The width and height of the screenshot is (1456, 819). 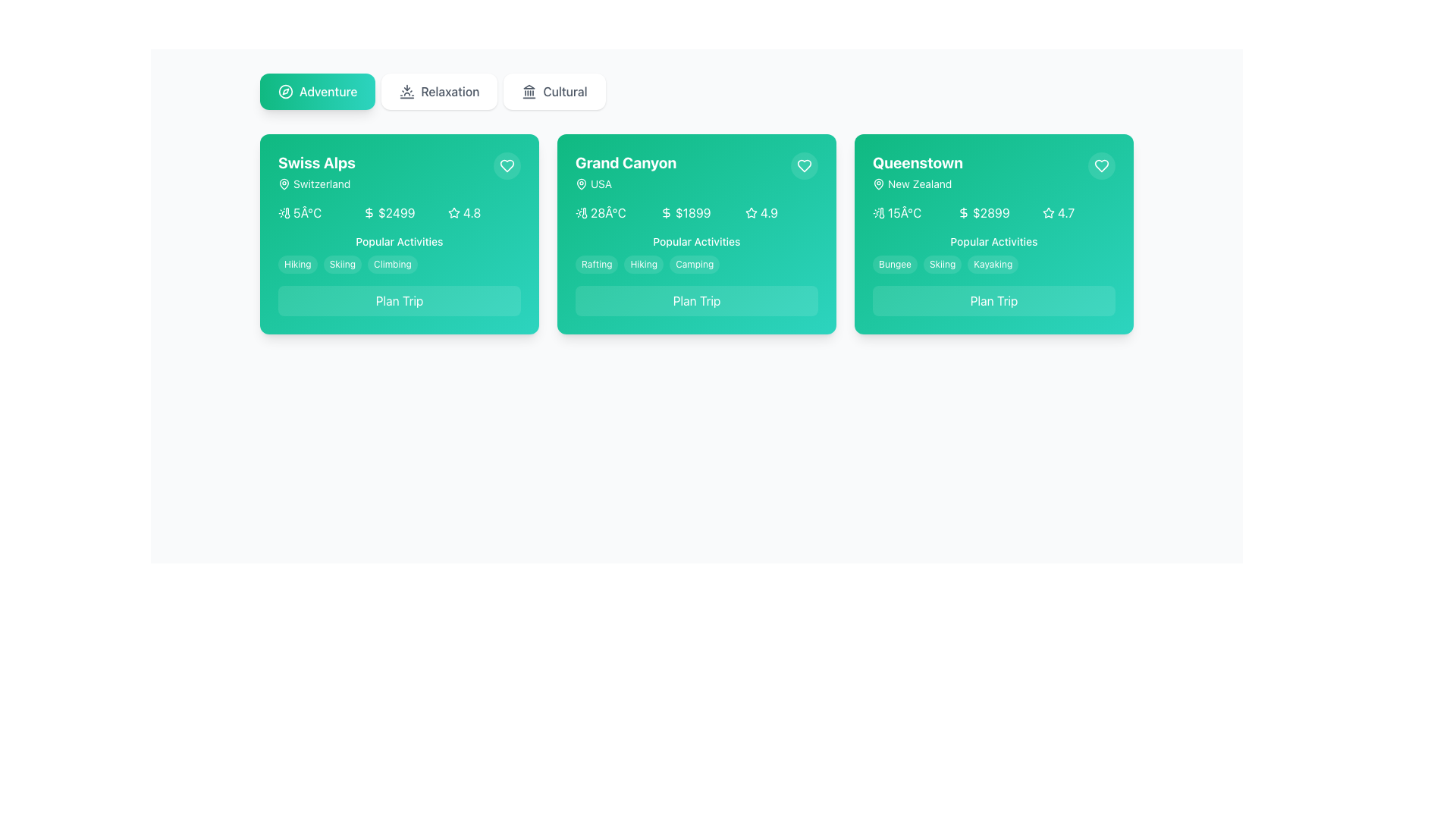 I want to click on the text label displaying 'Queenstown' in bold, large white font on a green background, located near the top-left corner of the card representing Queenstown, so click(x=917, y=163).